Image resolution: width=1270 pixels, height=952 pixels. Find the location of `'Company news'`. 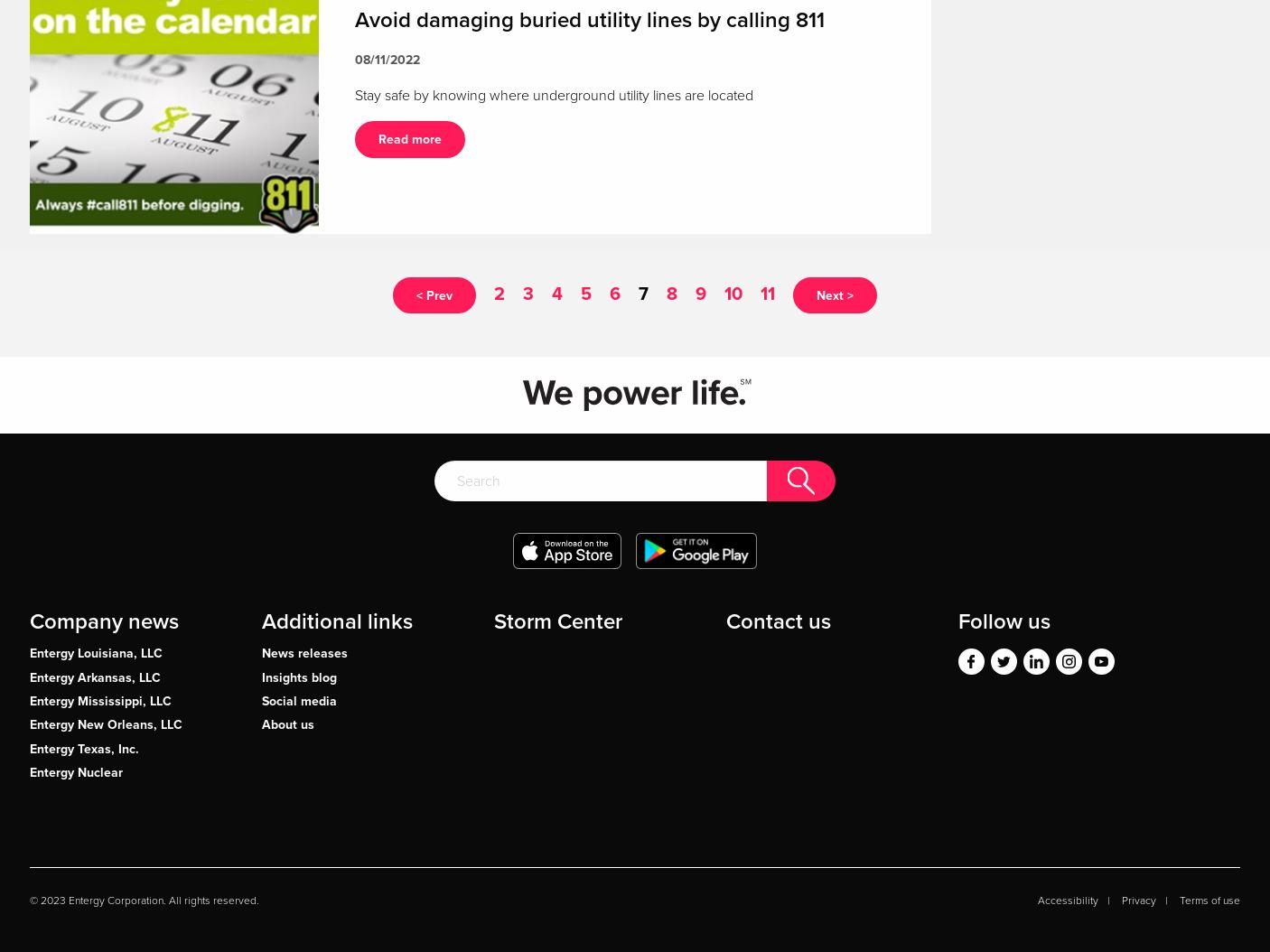

'Company news' is located at coordinates (103, 621).